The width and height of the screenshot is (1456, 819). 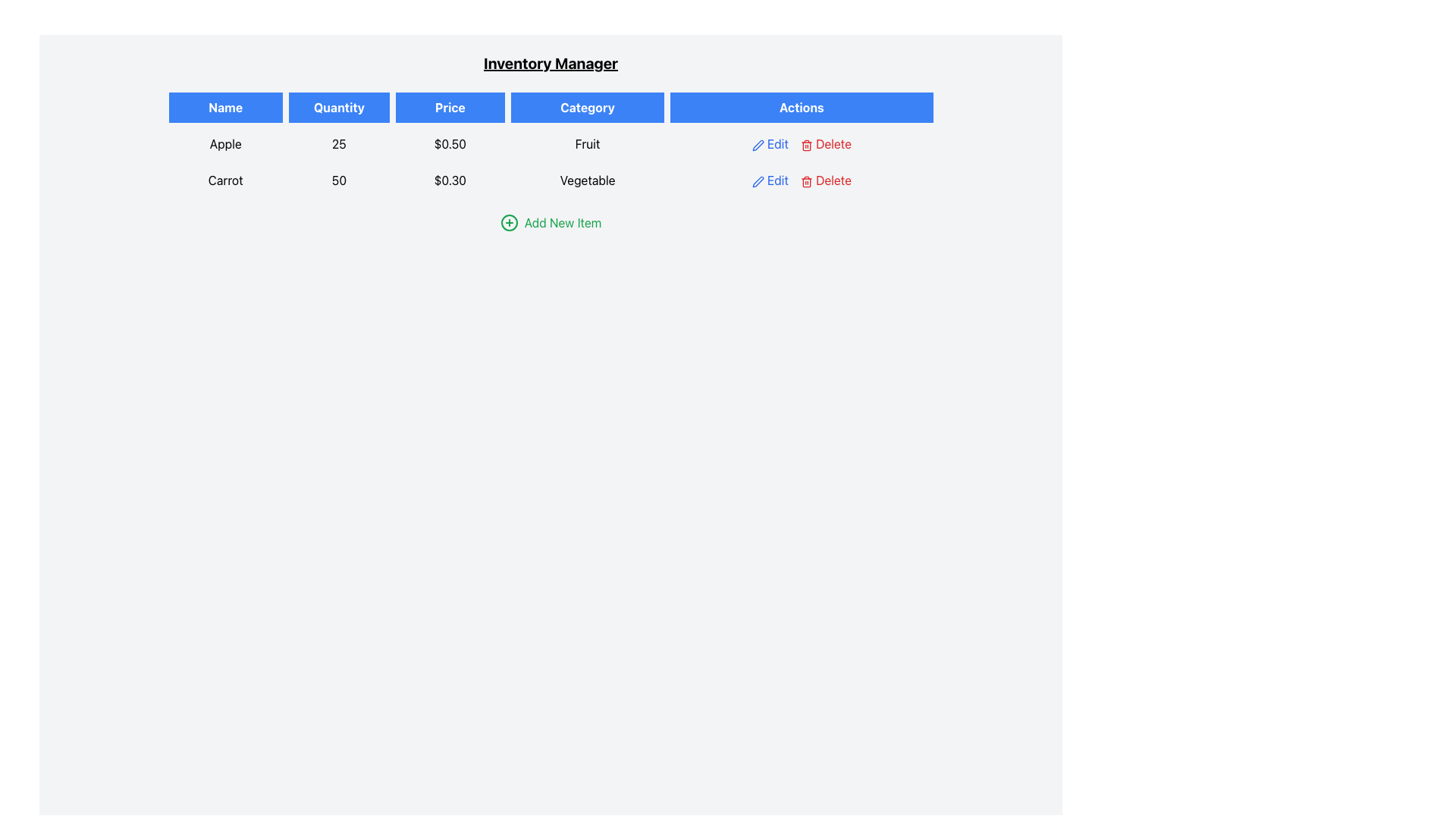 I want to click on the 'Delete' button for the 'Carrot' item in the Actions column of the table, so click(x=825, y=180).